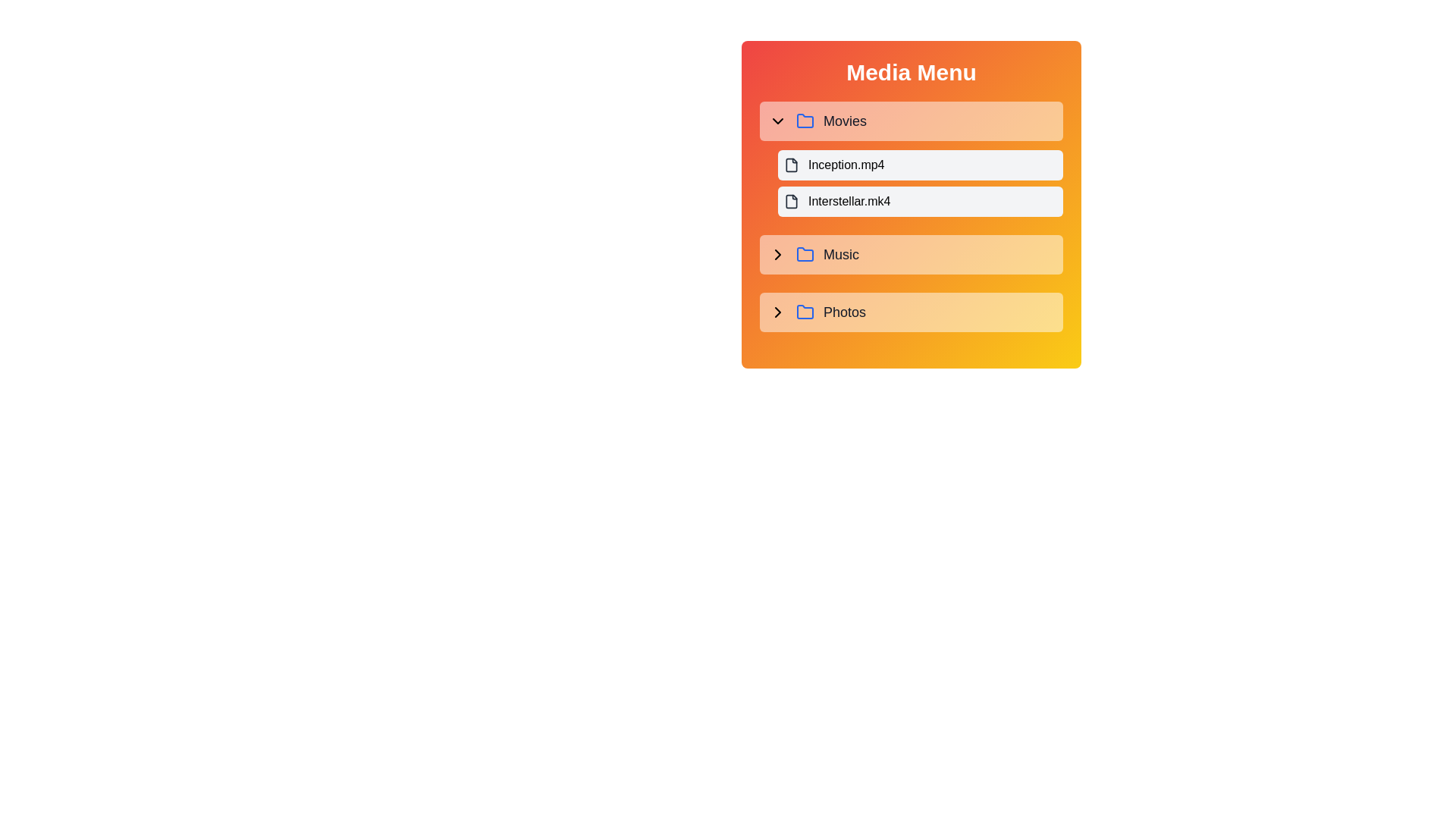  What do you see at coordinates (843, 312) in the screenshot?
I see `the 'Photos' text label that describes the associated folder icon located at the bottommost row of the menu, beneath the 'Music' folder entry` at bounding box center [843, 312].